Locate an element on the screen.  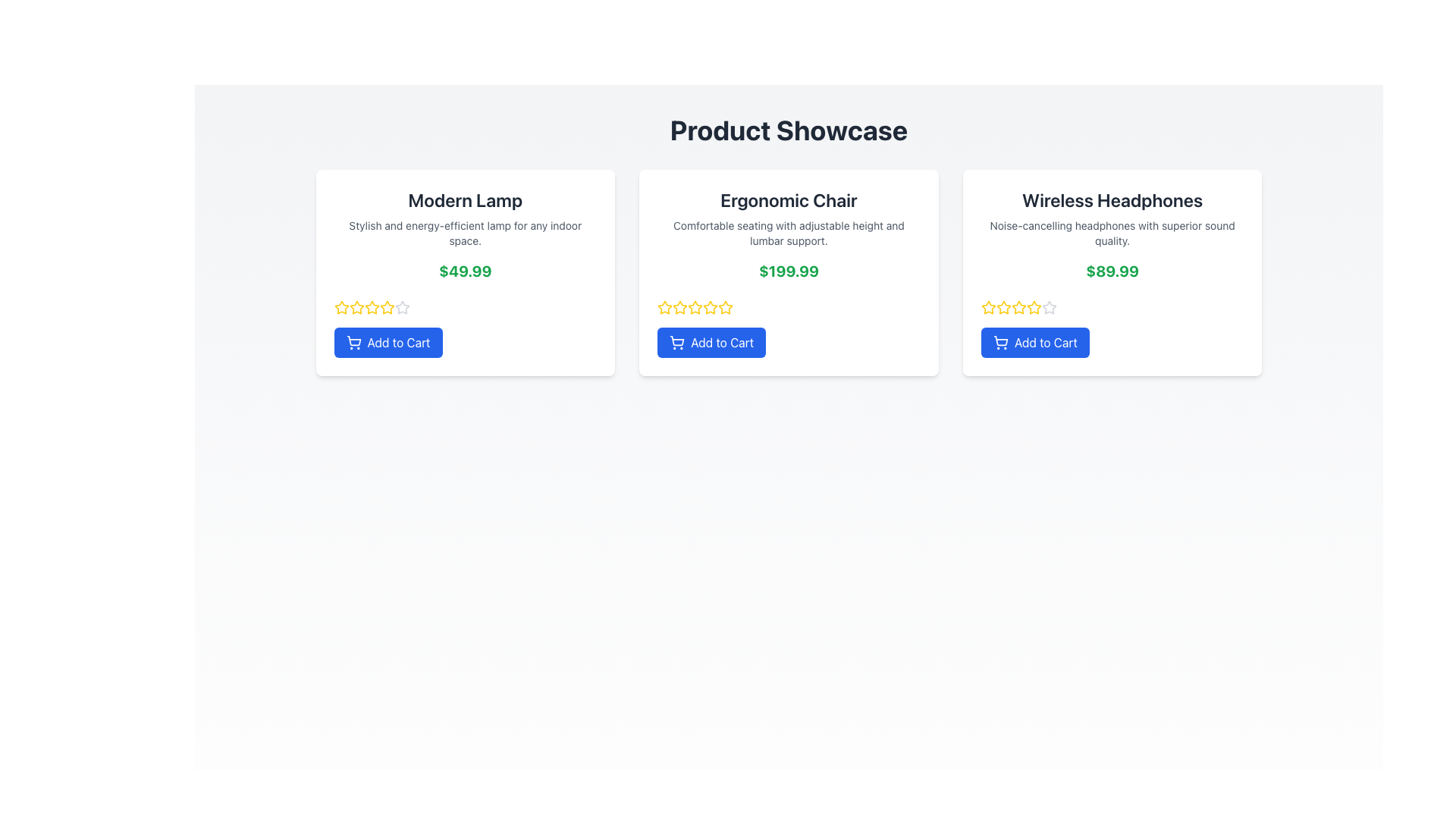
the fifth star icon in the rating component for the Wireless Headphones product, which visually represents the rating is located at coordinates (1048, 307).